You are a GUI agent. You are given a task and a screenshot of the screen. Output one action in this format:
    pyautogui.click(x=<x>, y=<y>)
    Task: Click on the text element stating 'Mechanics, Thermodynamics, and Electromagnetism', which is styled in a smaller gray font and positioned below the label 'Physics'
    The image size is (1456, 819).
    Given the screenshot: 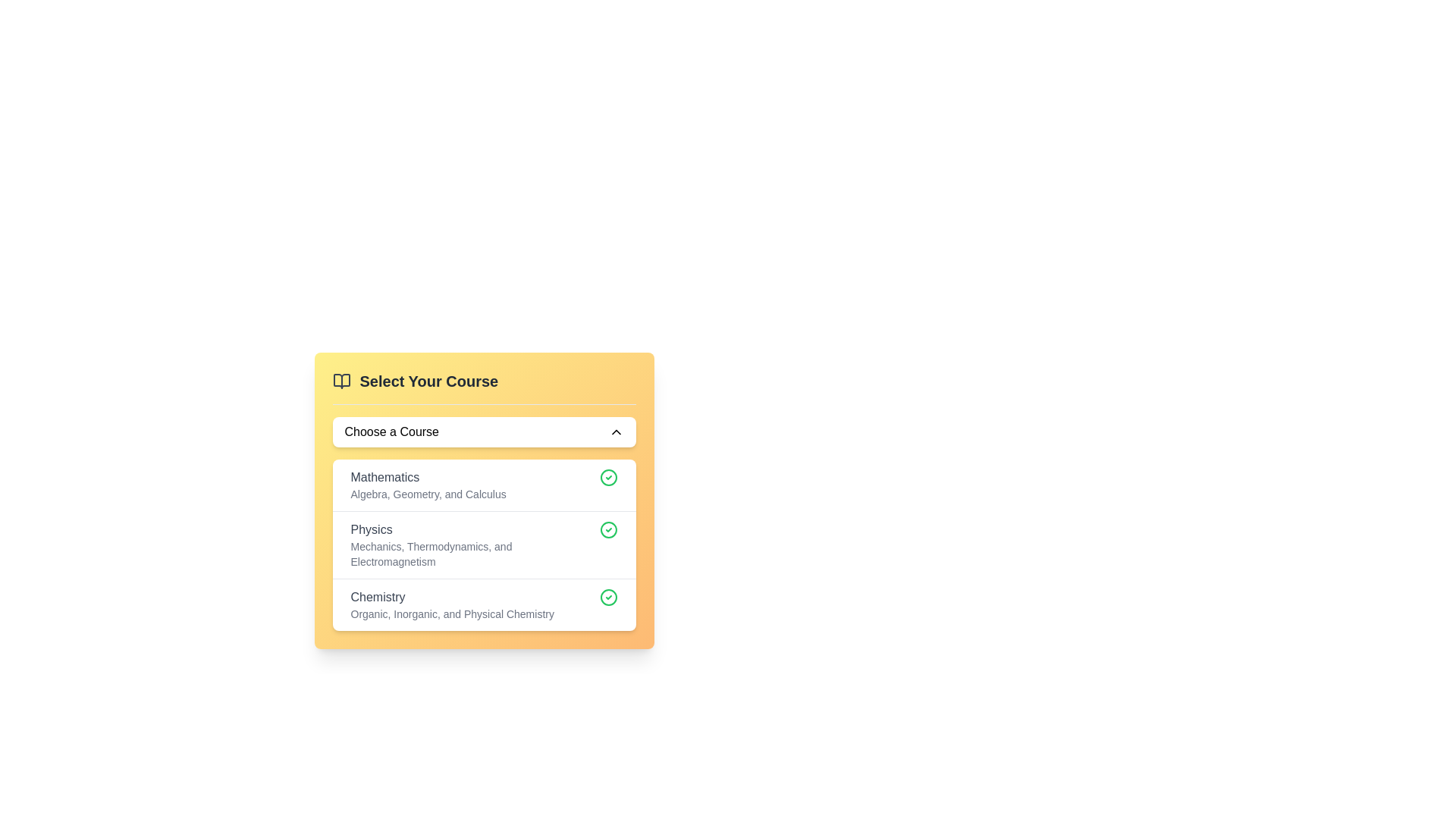 What is the action you would take?
    pyautogui.click(x=474, y=554)
    